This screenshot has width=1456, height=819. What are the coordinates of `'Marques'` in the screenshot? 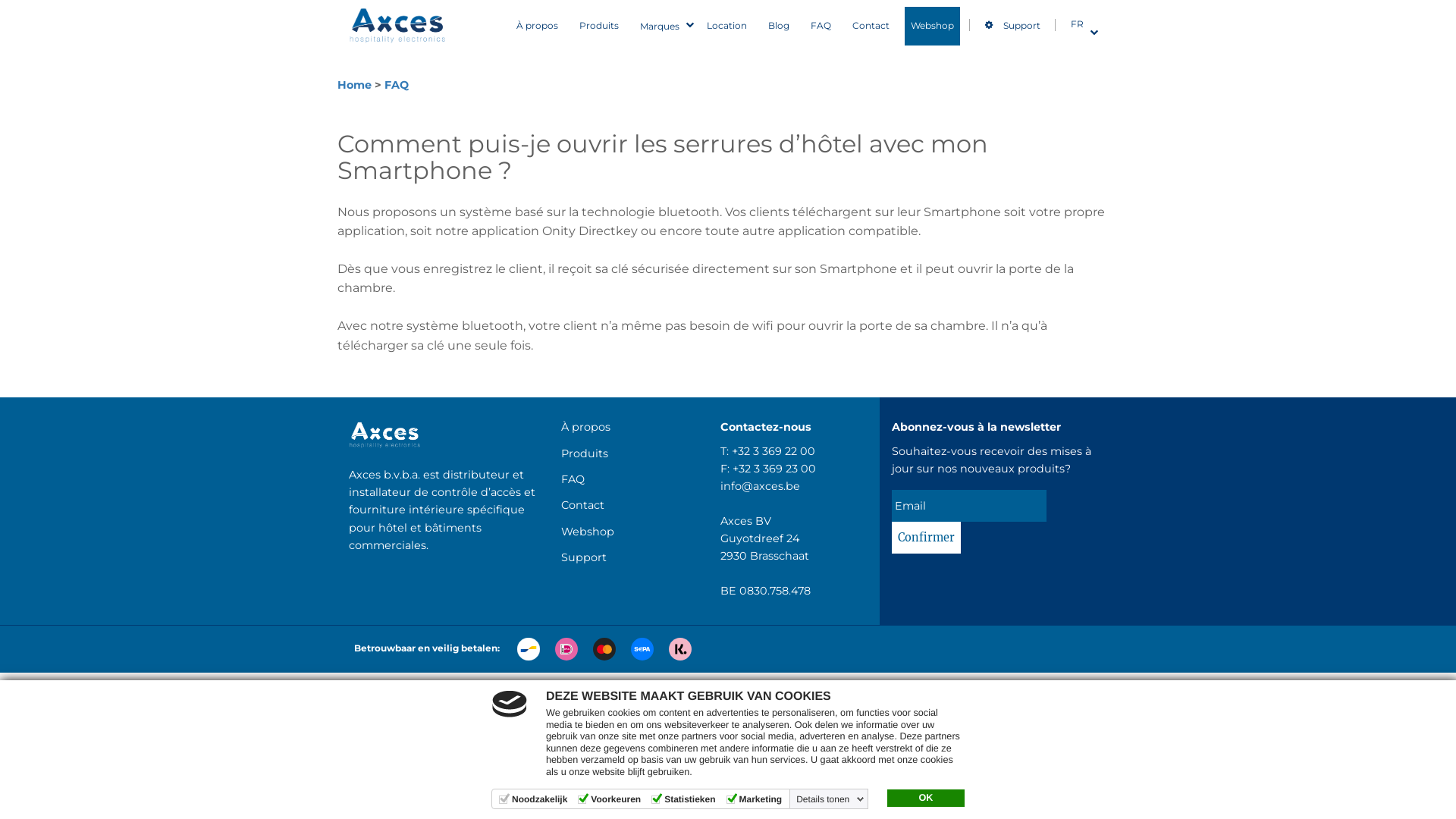 It's located at (662, 25).